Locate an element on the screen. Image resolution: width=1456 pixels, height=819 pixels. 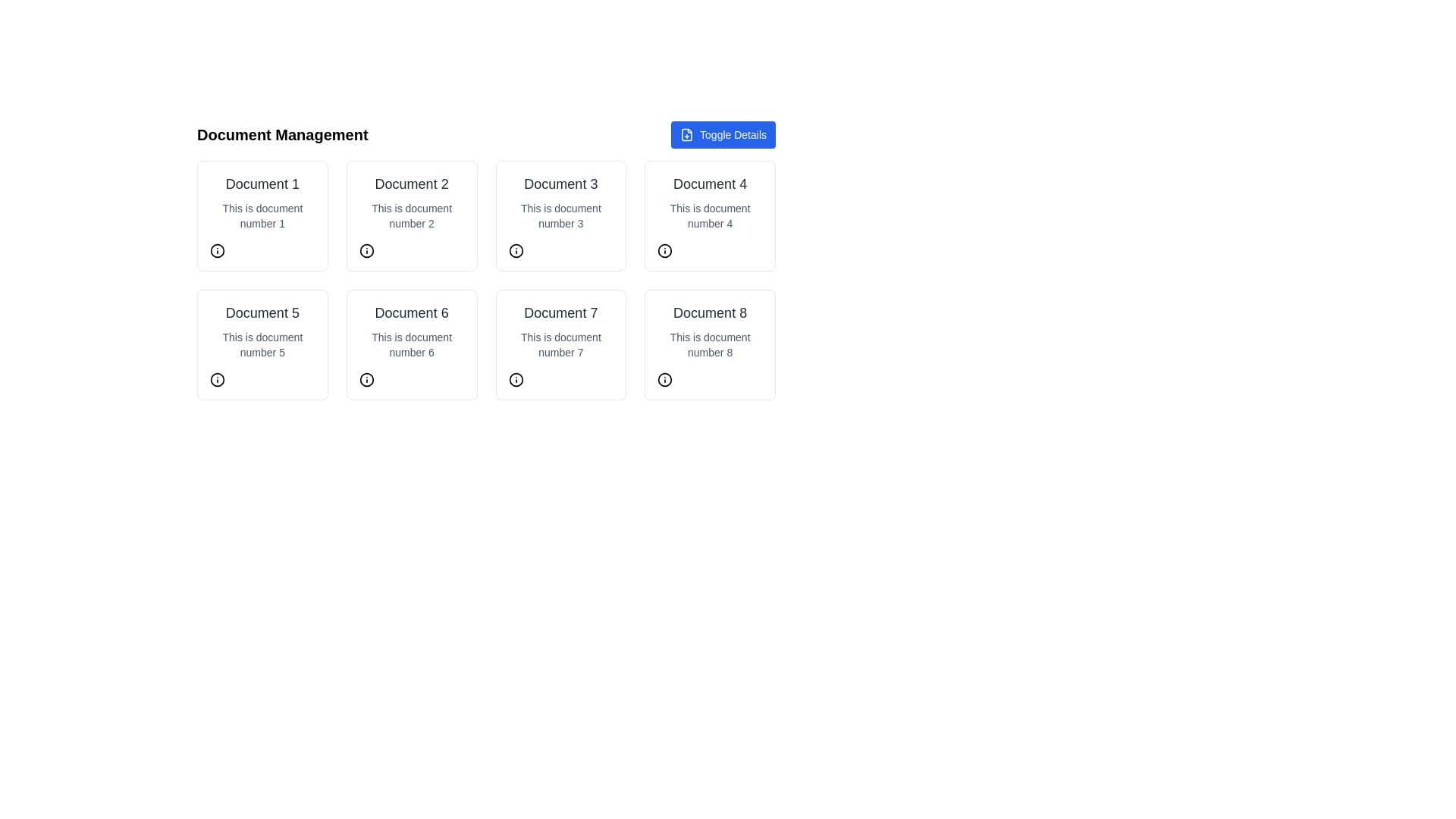
text content displaying 'Document 3' in bold dark gray font, located at the top of the card in the first row of a grid layout is located at coordinates (560, 184).